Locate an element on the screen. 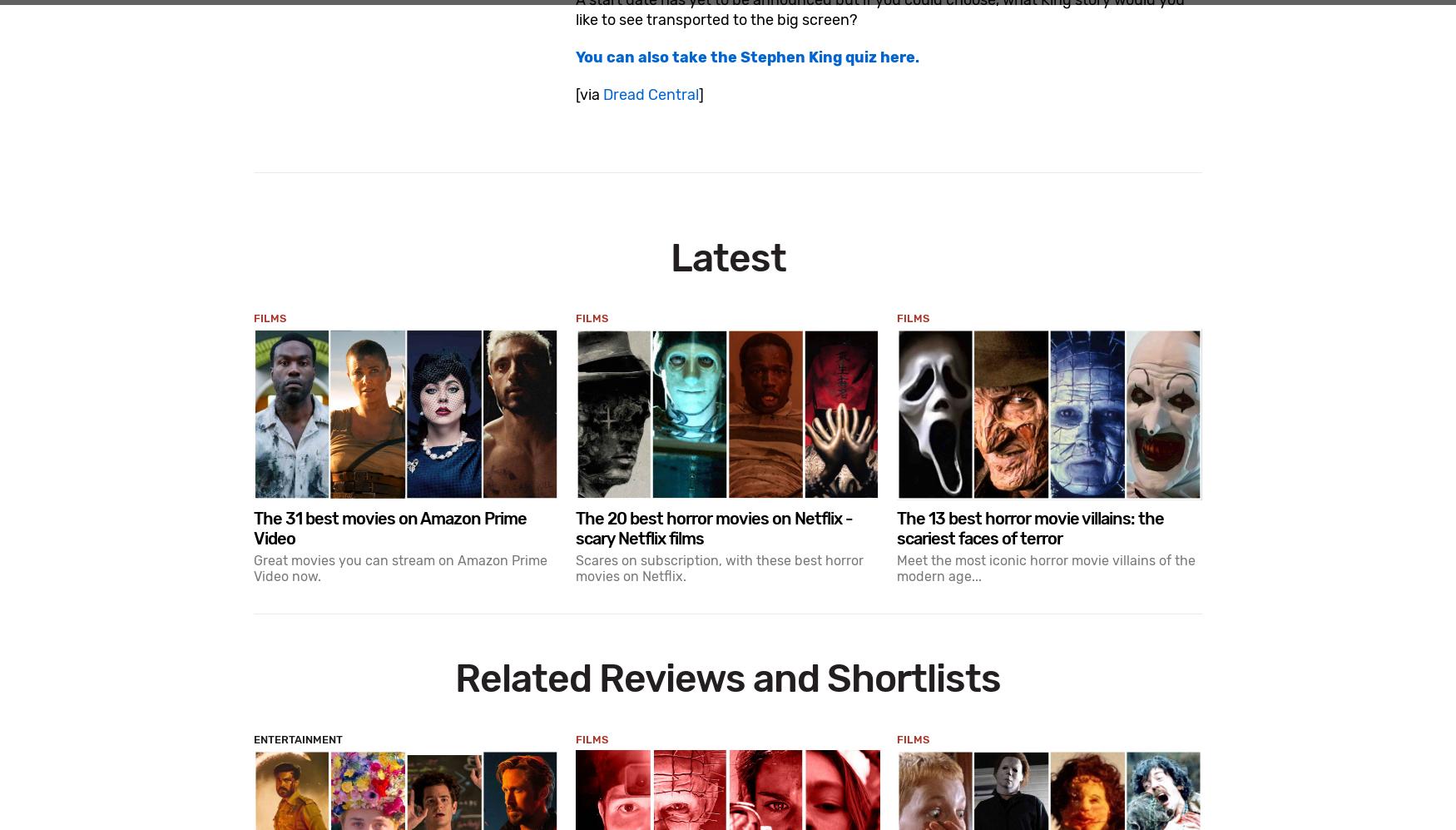  '[via' is located at coordinates (588, 93).